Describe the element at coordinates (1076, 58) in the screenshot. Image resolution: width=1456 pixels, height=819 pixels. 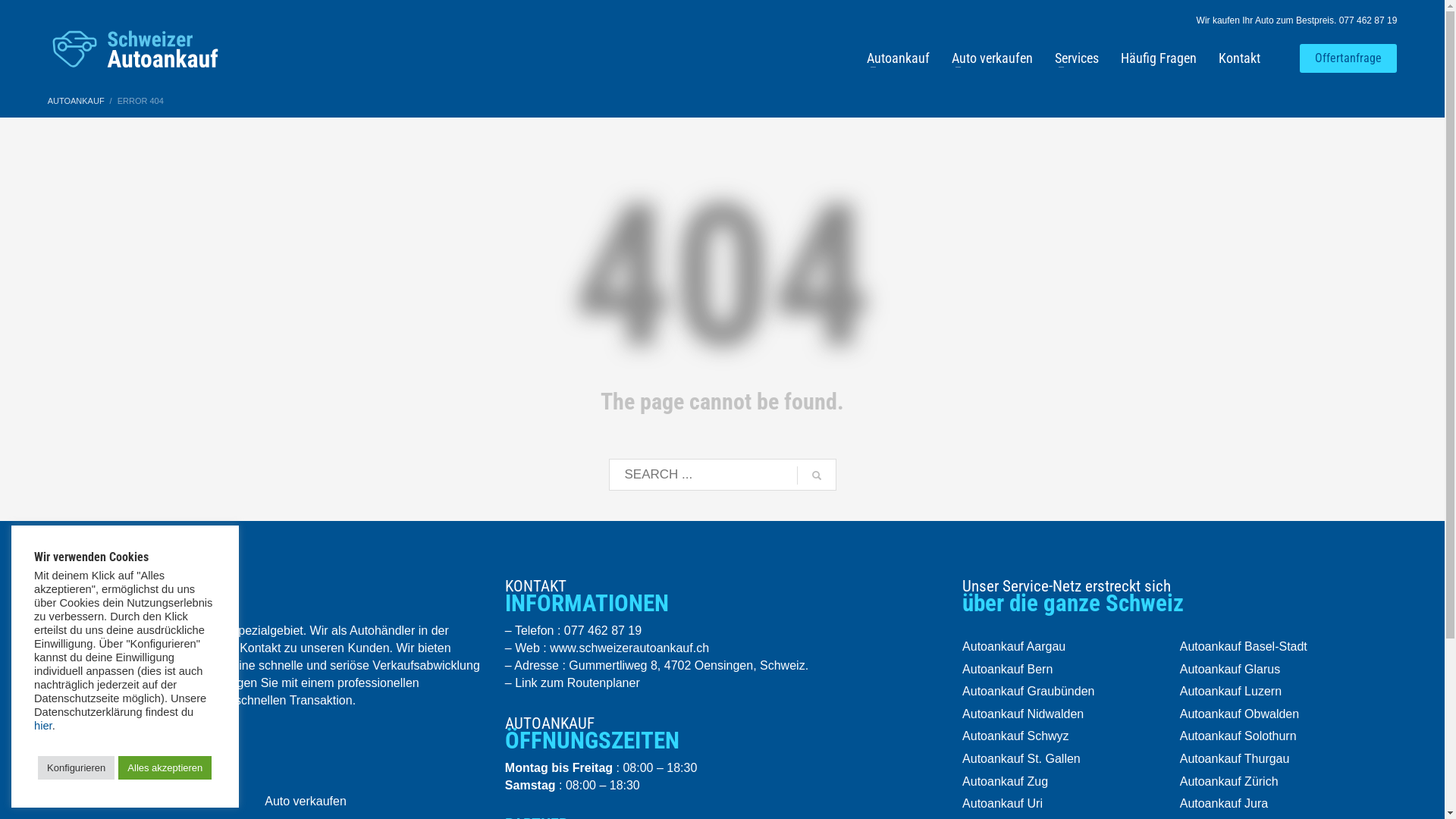
I see `'Services'` at that location.